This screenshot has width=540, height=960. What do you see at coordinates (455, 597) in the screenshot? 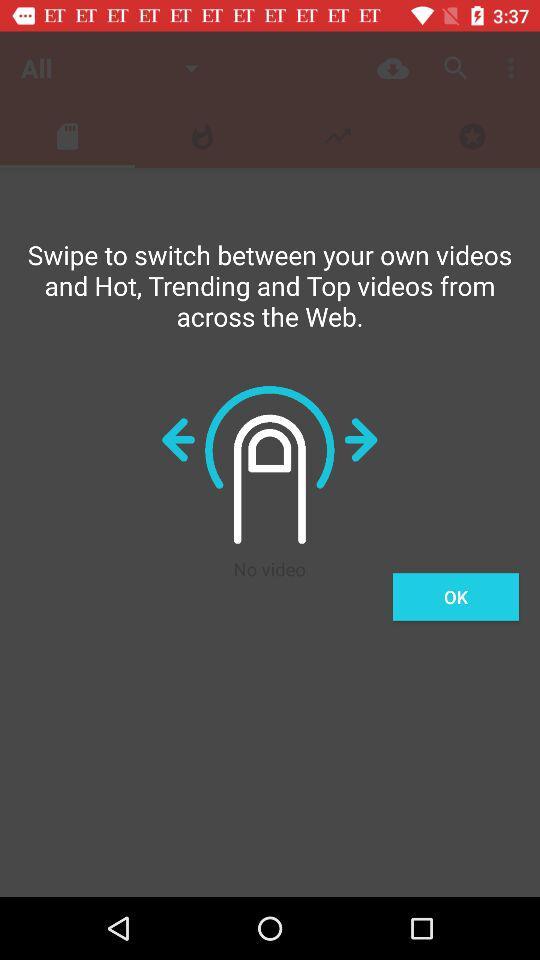
I see `the ok item` at bounding box center [455, 597].